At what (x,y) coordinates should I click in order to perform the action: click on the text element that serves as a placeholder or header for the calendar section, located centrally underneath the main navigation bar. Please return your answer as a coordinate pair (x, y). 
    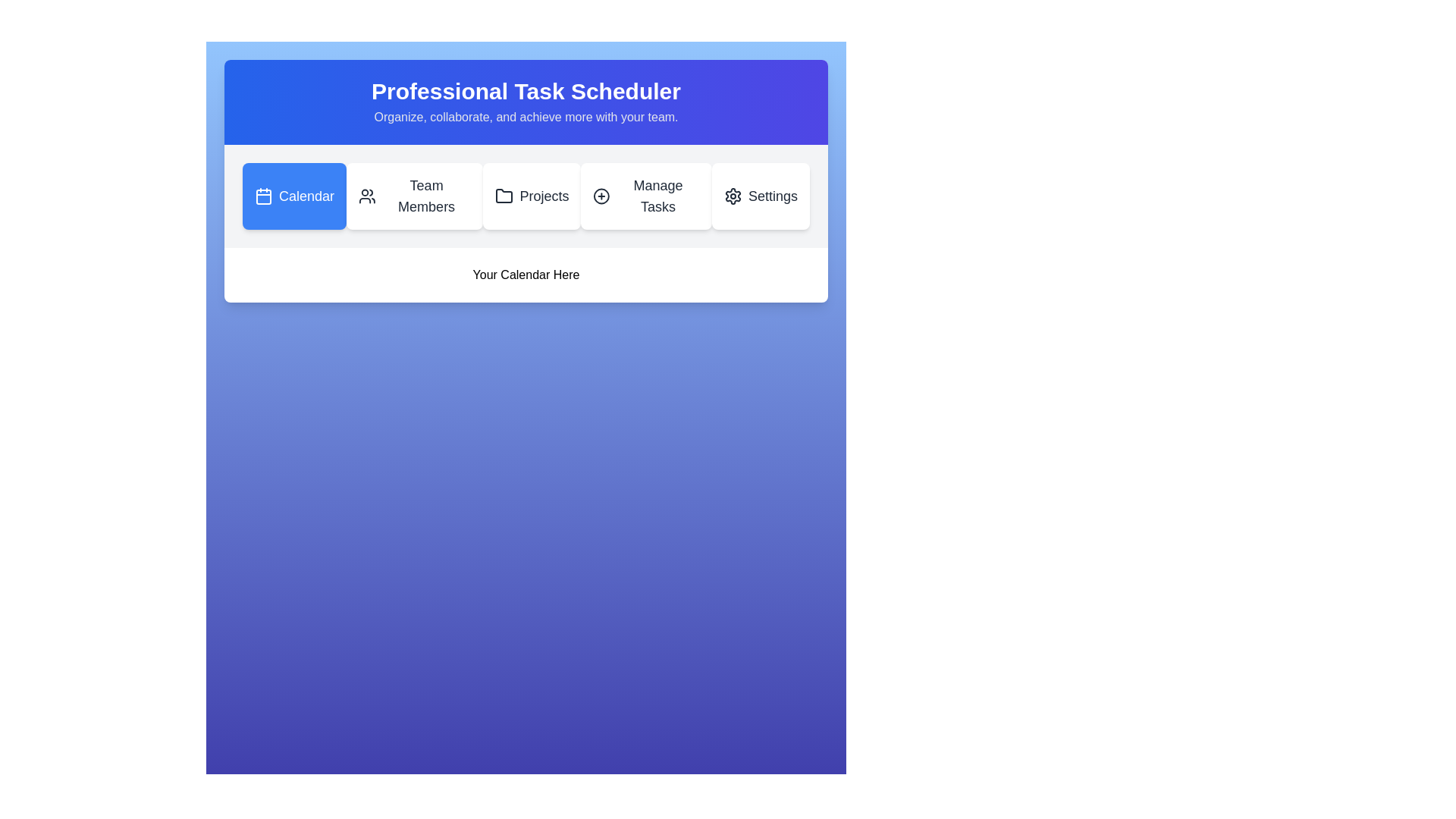
    Looking at the image, I should click on (526, 275).